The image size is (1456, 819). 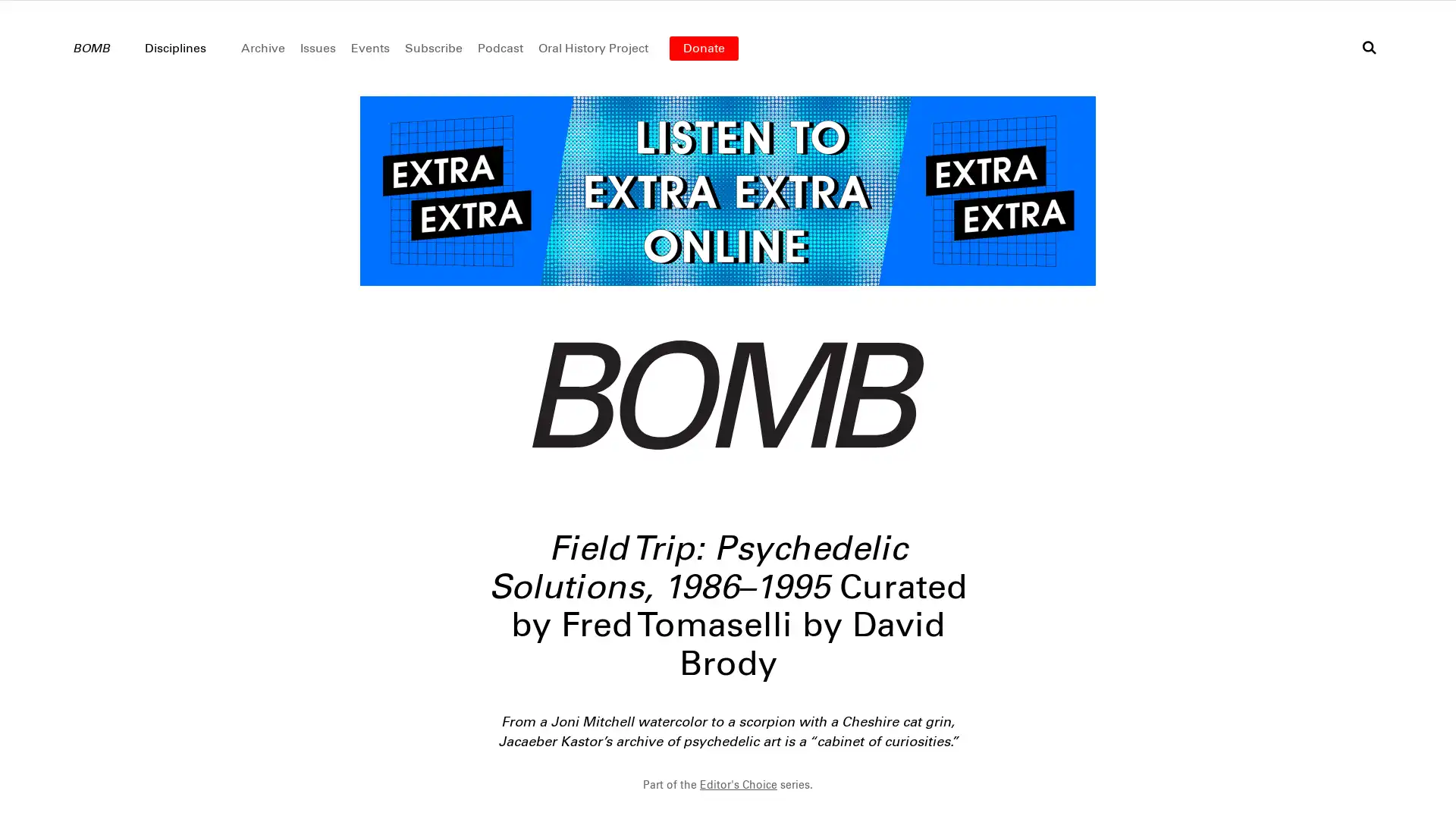 I want to click on close-c-o, so click(x=728, y=799).